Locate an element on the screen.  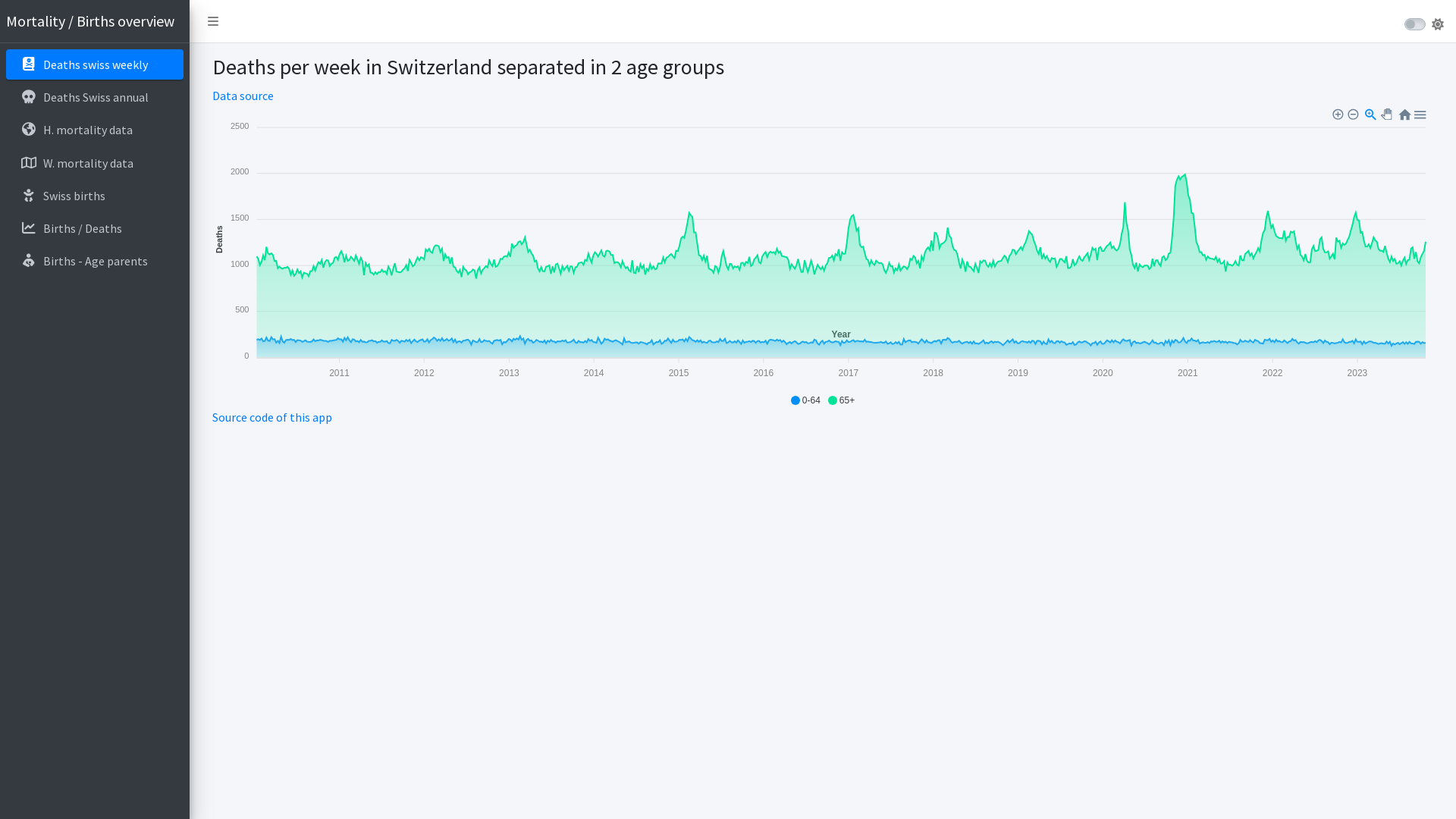
'Data source' is located at coordinates (243, 96).